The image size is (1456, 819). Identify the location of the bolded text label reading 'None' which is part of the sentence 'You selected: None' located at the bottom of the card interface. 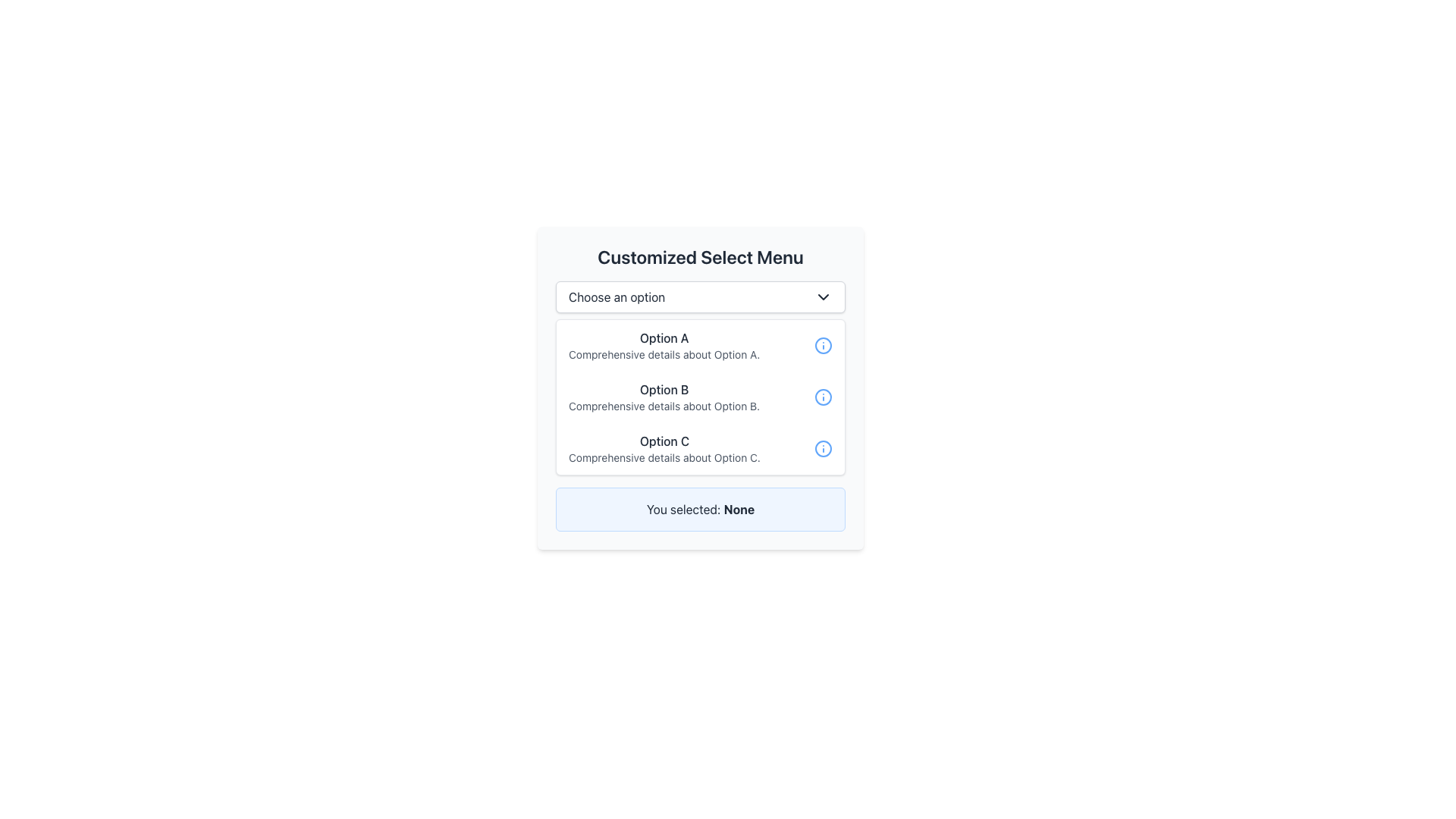
(739, 509).